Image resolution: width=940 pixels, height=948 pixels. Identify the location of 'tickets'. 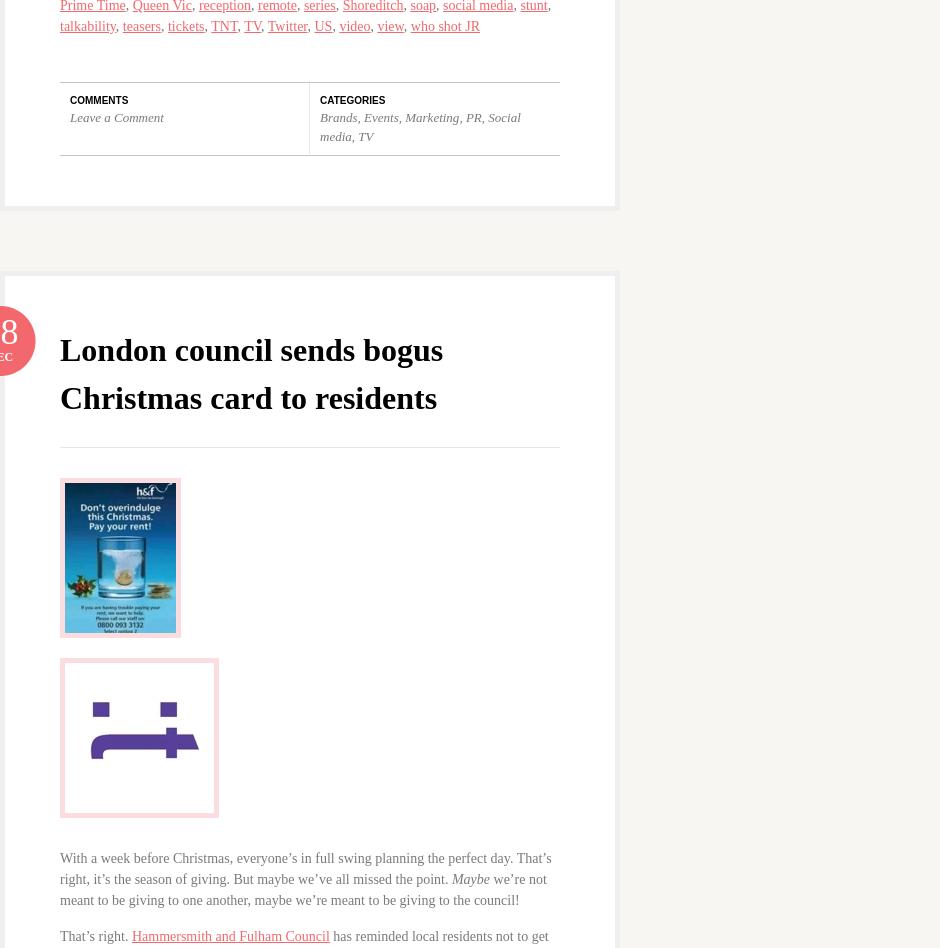
(185, 25).